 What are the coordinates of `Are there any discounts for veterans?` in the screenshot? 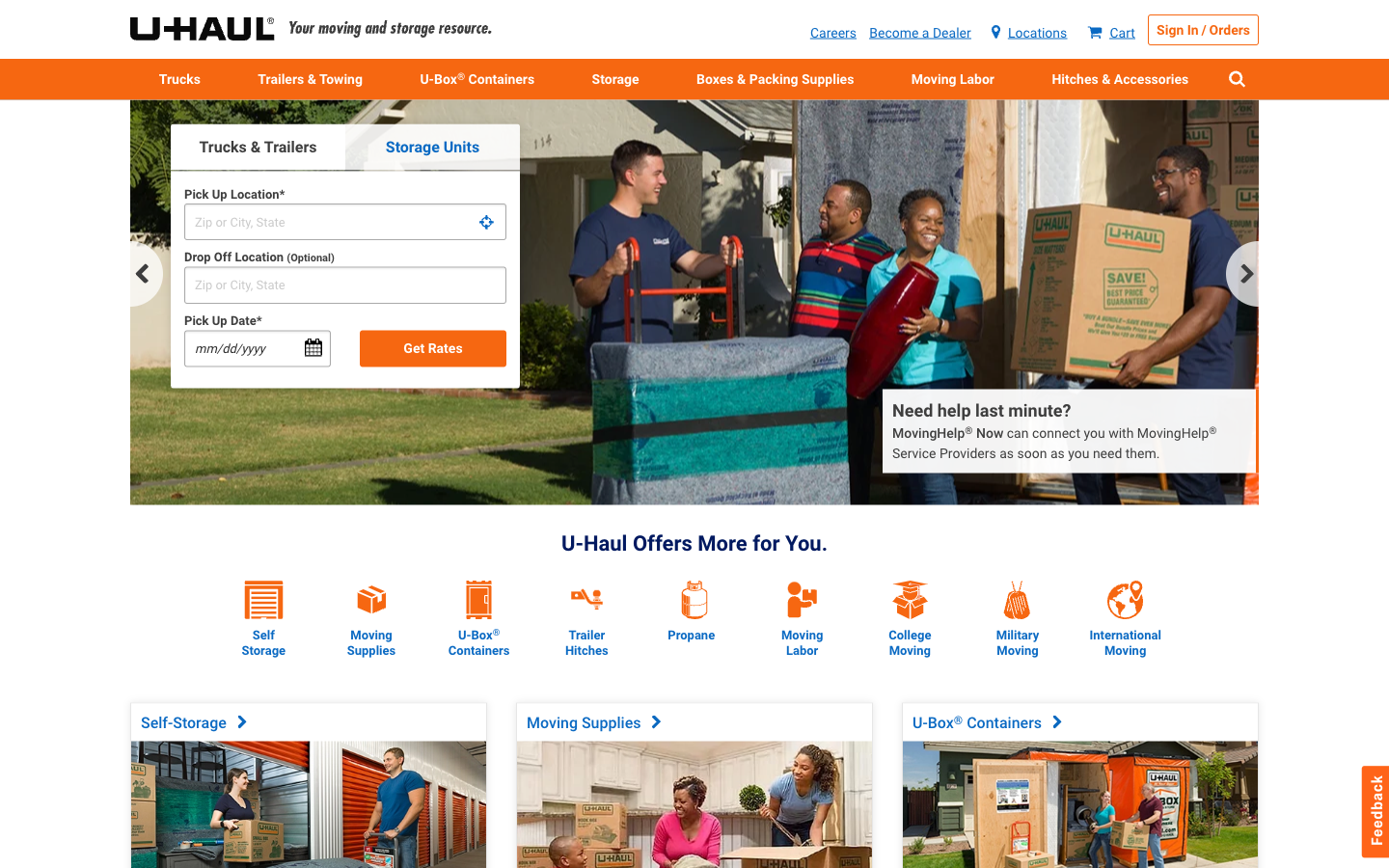 It's located at (1017, 583).